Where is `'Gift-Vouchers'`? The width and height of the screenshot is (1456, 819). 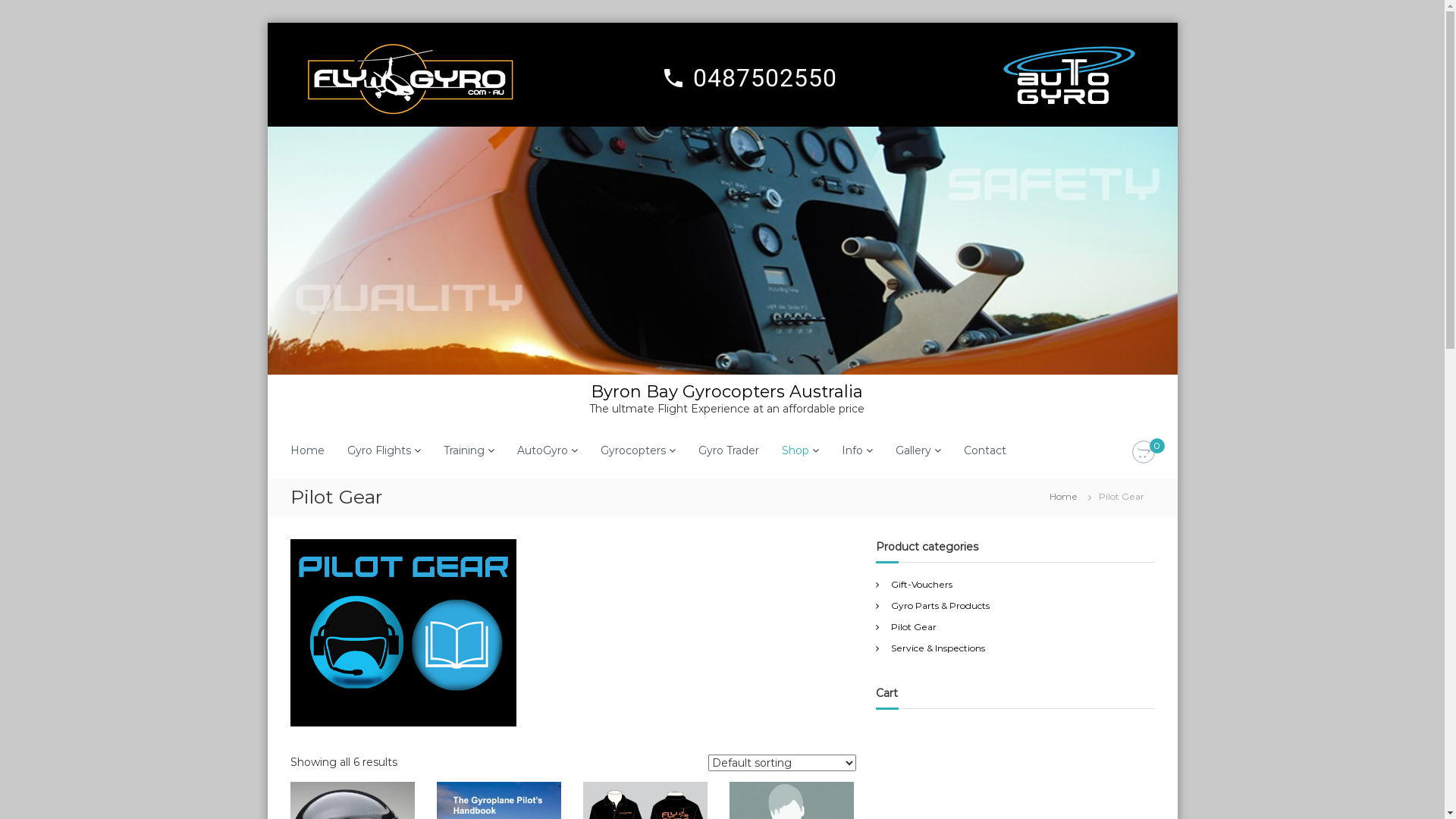 'Gift-Vouchers' is located at coordinates (921, 582).